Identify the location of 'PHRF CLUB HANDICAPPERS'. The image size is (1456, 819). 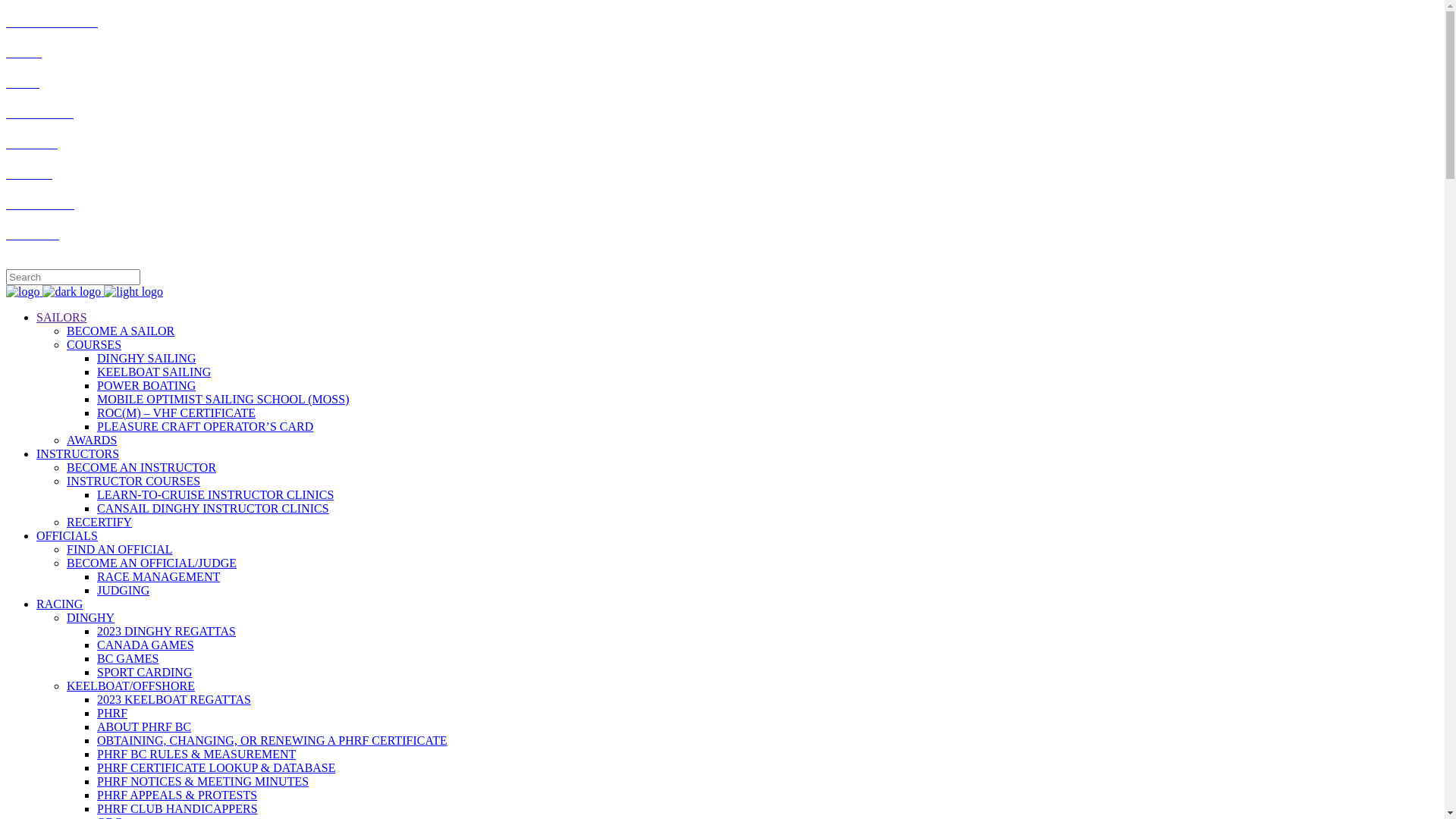
(177, 808).